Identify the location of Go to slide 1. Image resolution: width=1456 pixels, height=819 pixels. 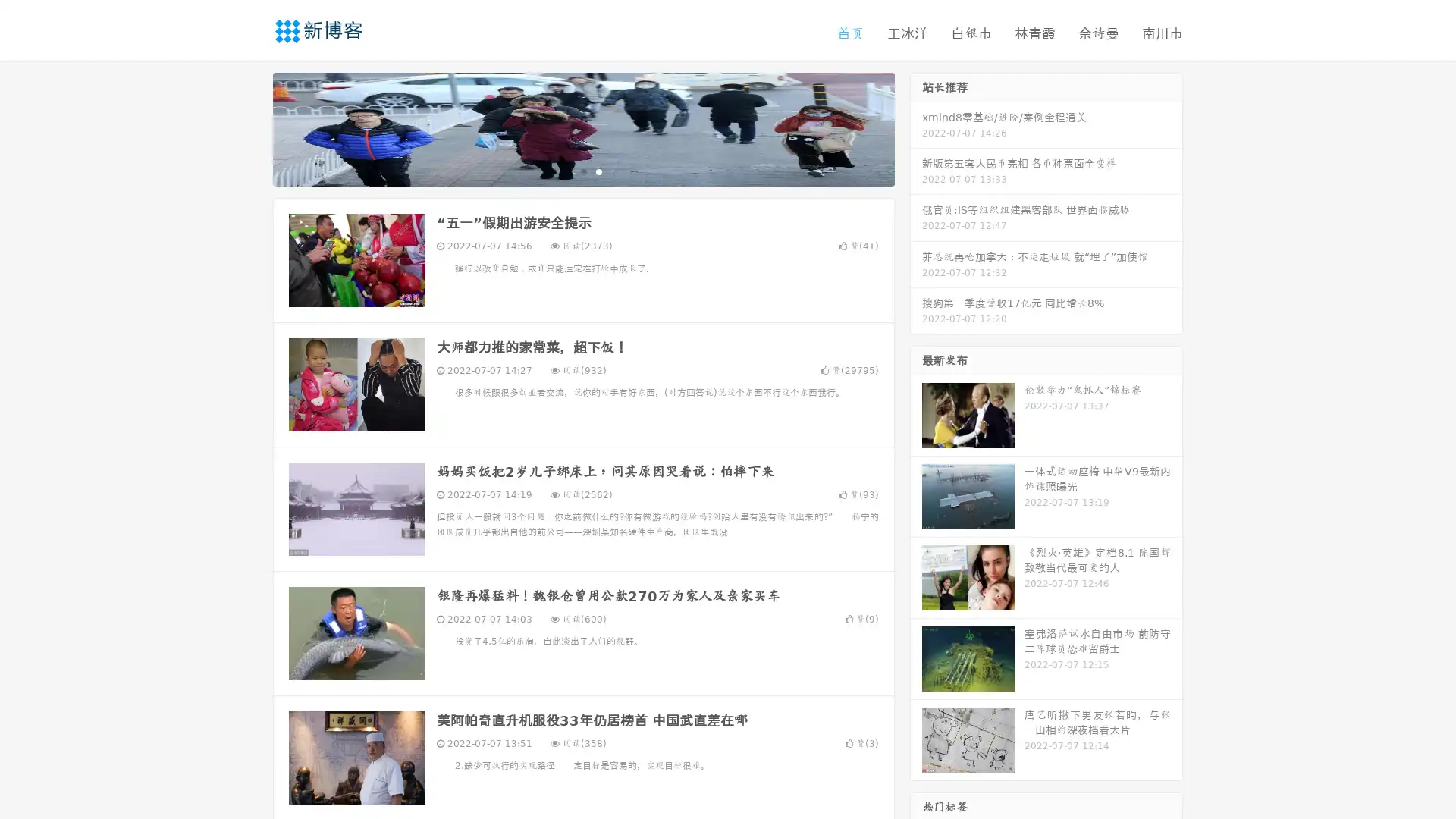
(567, 171).